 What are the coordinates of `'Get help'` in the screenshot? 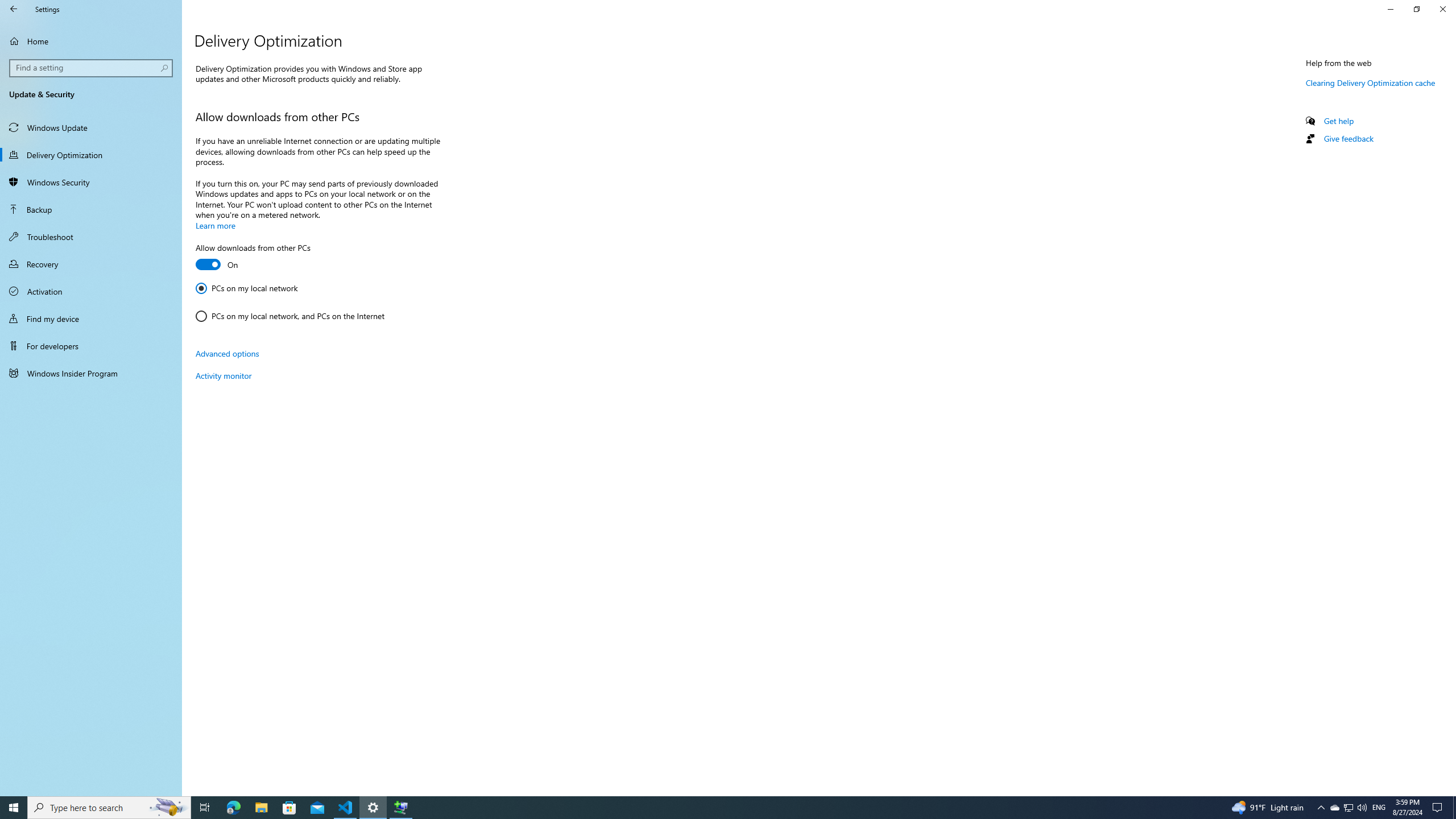 It's located at (1338, 120).